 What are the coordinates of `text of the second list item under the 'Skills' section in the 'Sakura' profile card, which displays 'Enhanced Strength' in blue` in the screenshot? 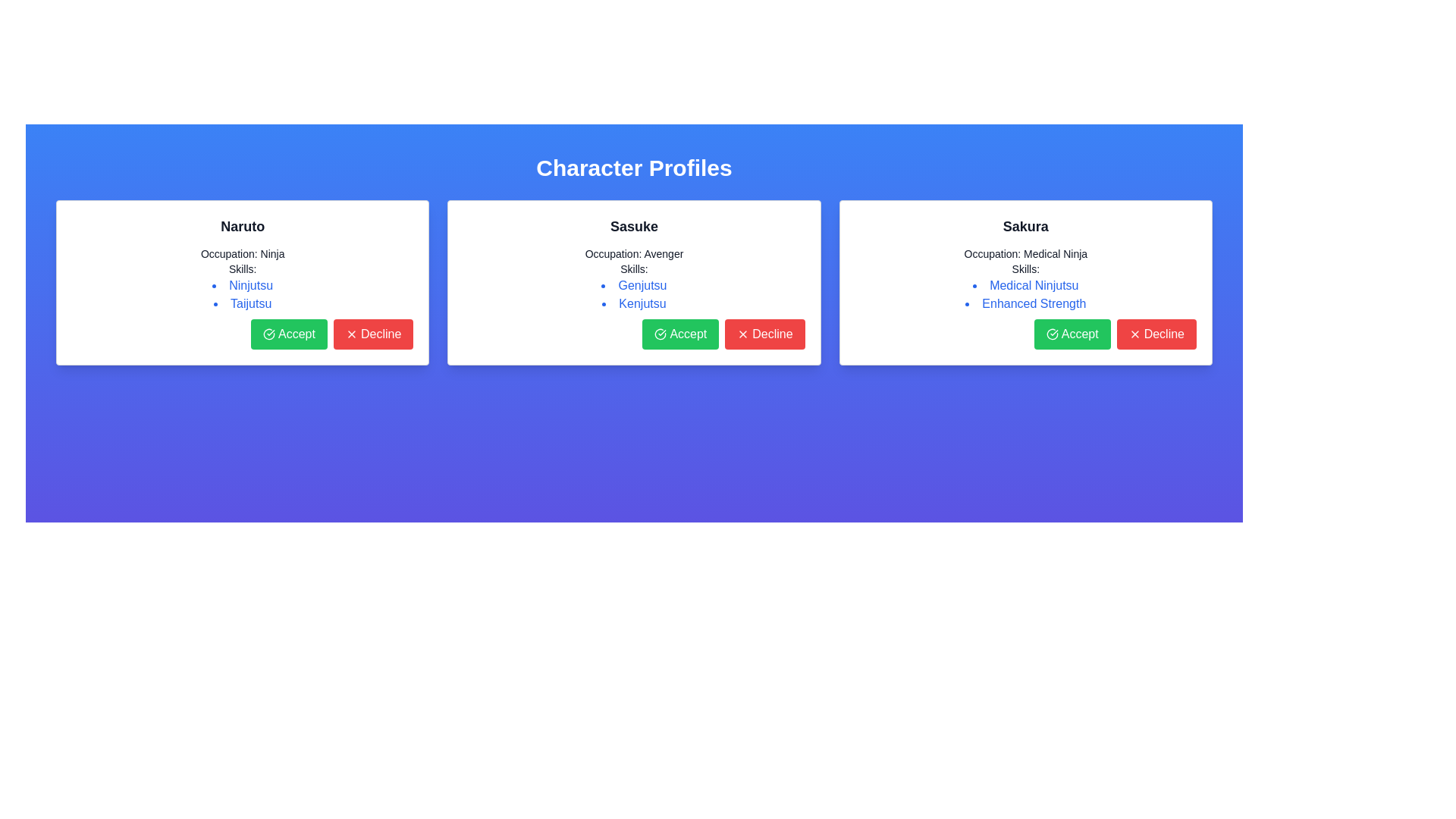 It's located at (1025, 304).